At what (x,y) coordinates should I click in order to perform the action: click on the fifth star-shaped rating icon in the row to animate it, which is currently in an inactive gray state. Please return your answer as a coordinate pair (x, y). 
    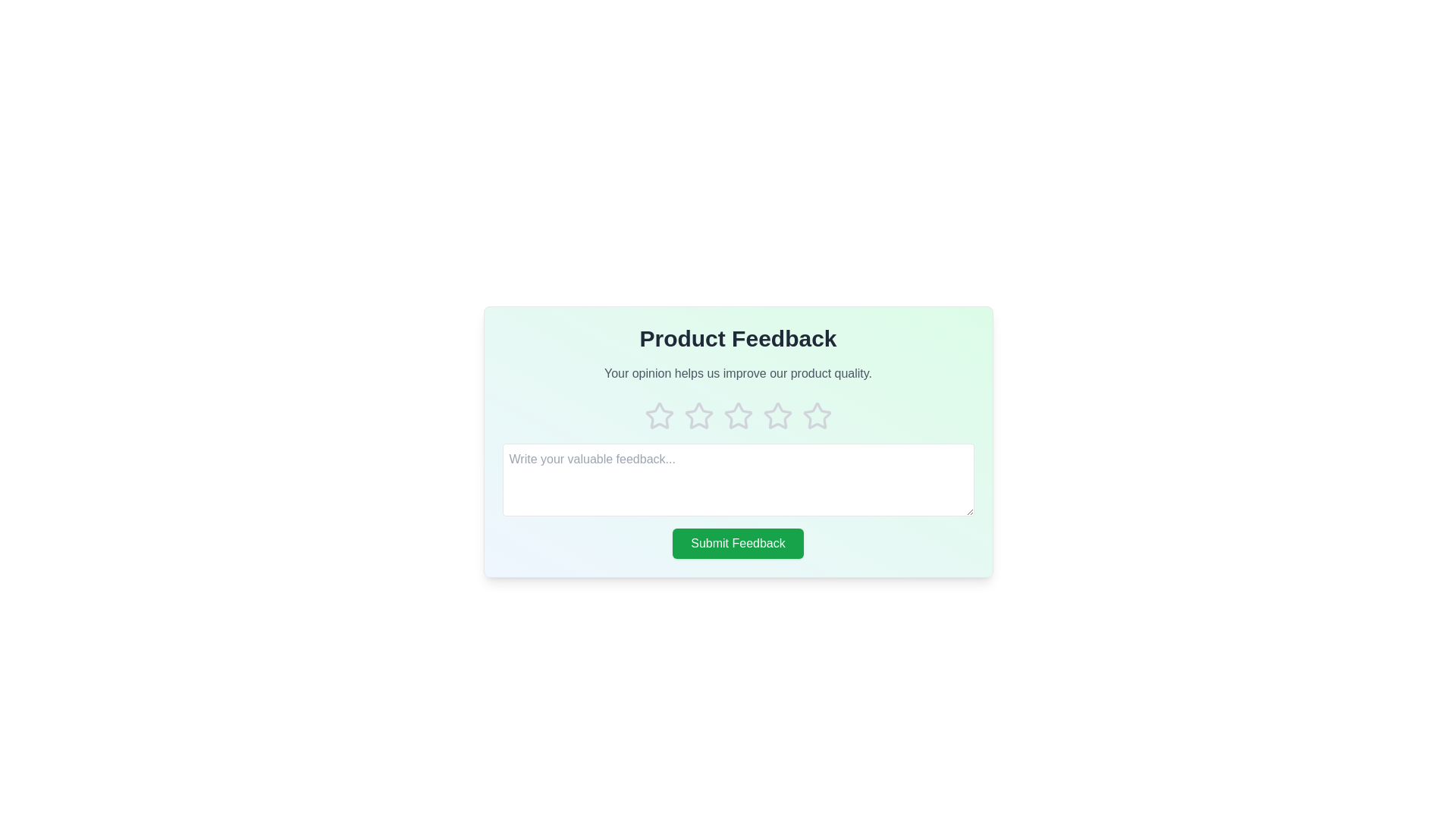
    Looking at the image, I should click on (816, 416).